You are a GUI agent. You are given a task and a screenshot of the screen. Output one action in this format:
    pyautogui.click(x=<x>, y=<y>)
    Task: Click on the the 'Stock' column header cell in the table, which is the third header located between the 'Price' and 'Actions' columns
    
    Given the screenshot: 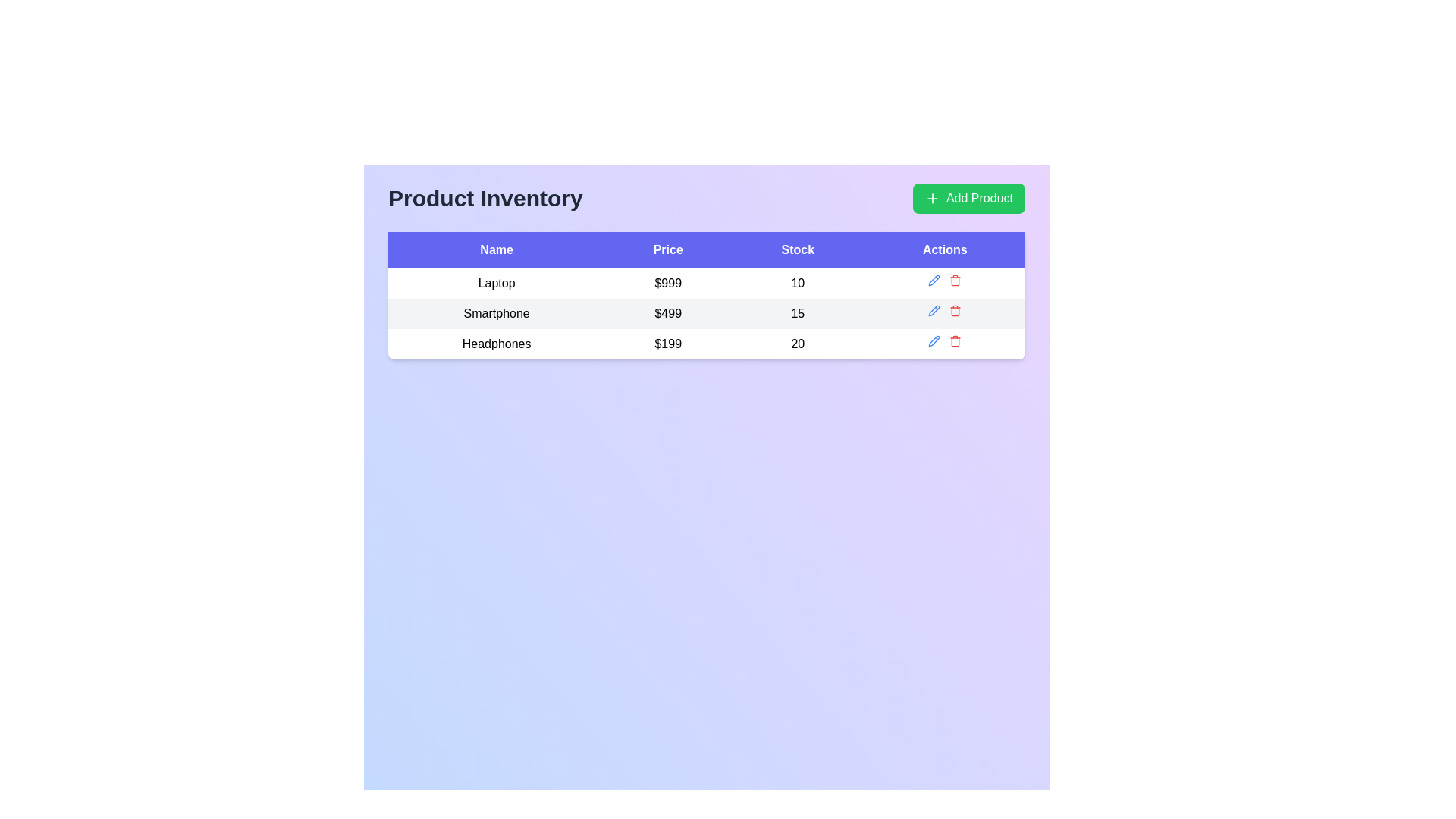 What is the action you would take?
    pyautogui.click(x=797, y=249)
    